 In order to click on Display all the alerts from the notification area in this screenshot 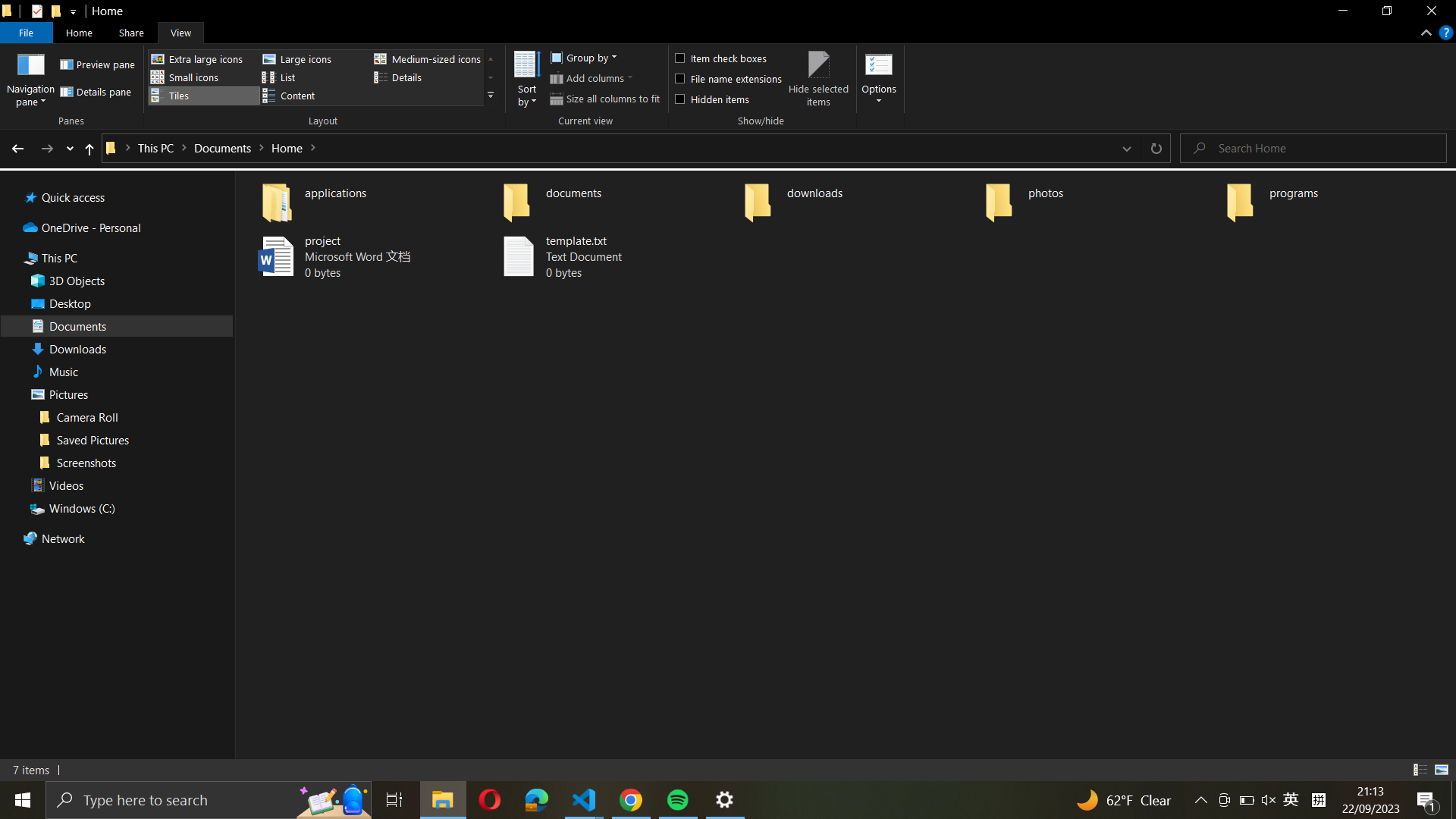, I will do `click(1427, 799)`.